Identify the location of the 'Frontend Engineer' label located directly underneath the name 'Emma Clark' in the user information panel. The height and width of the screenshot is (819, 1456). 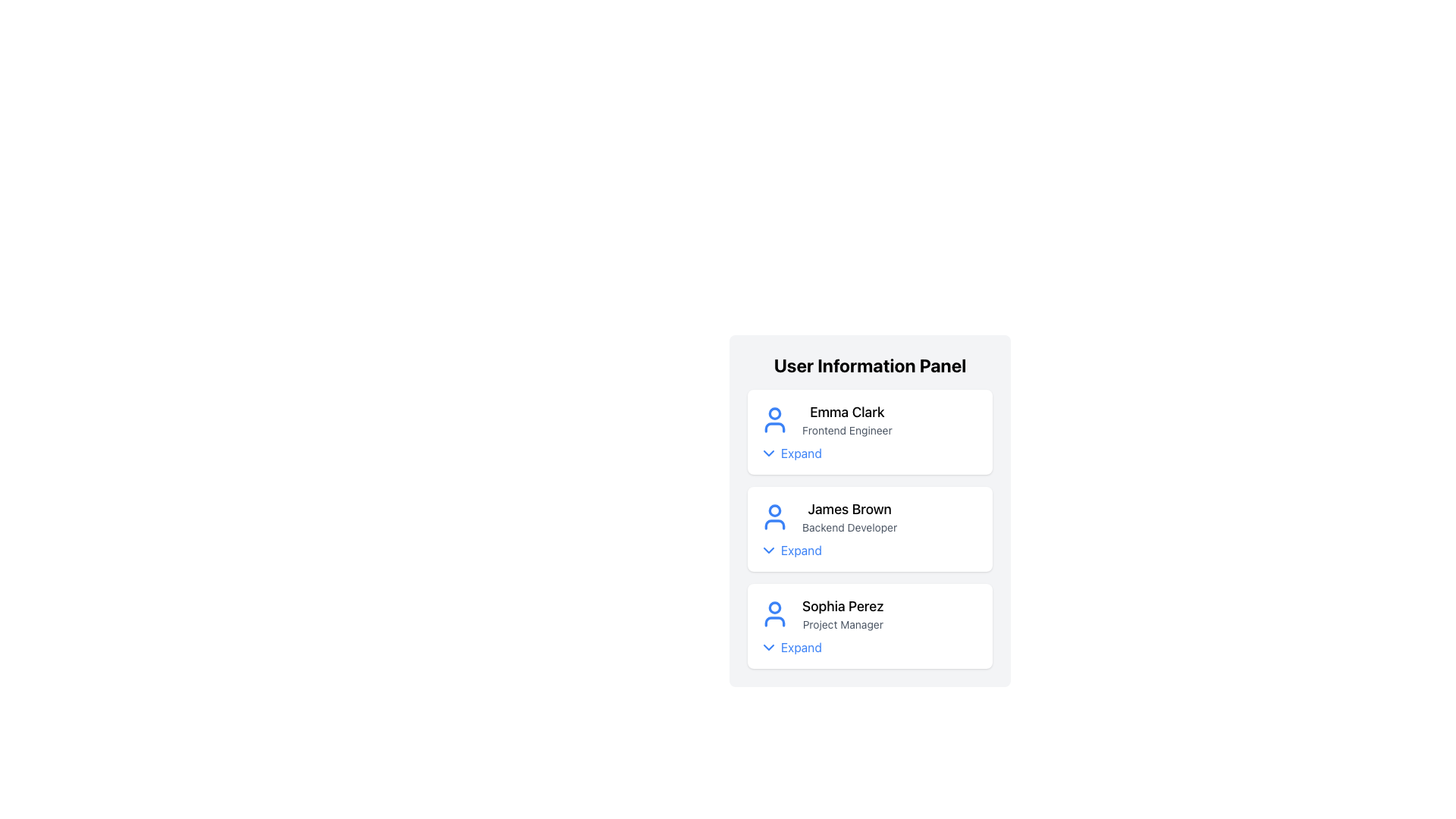
(846, 430).